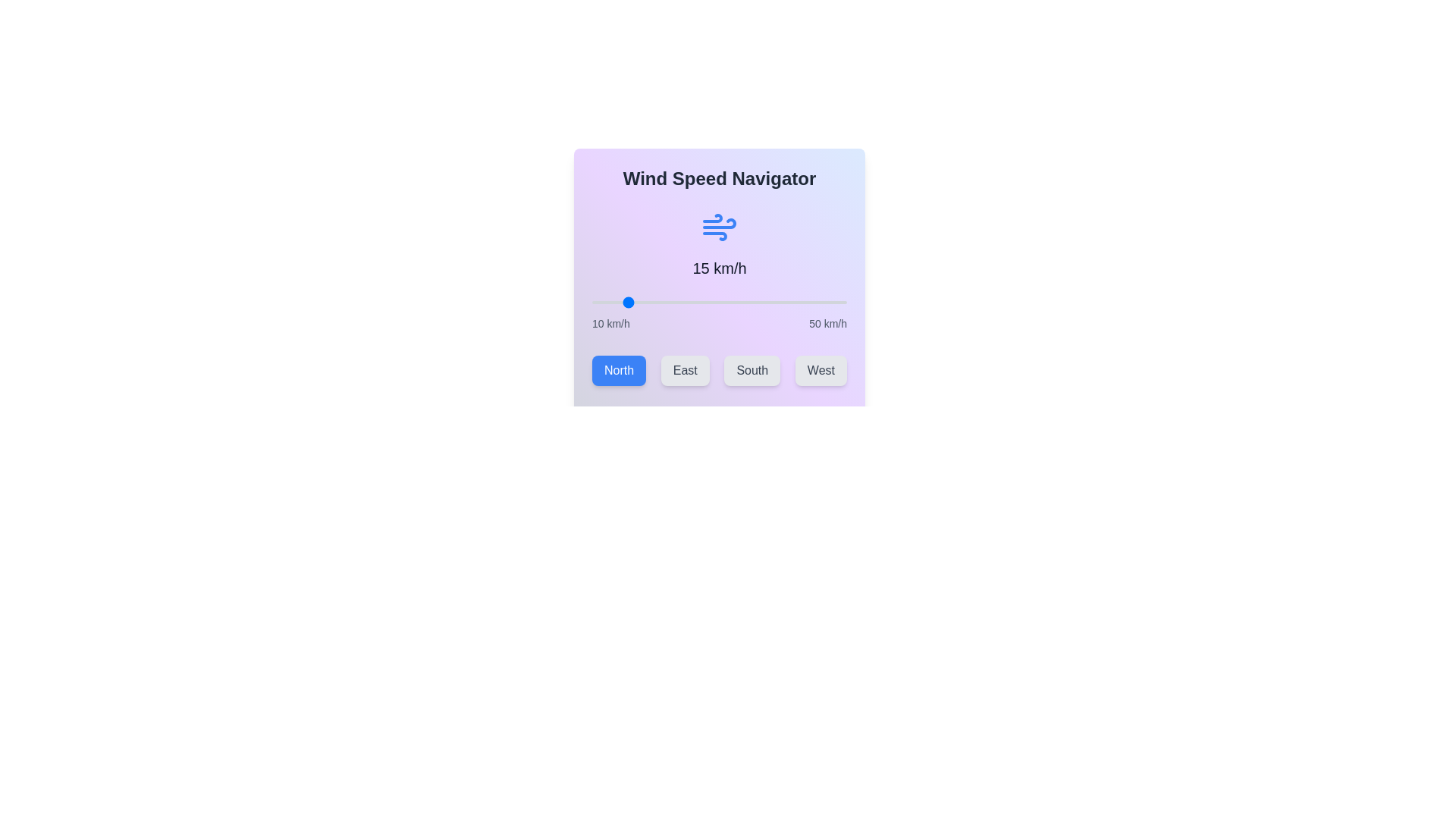 The width and height of the screenshot is (1456, 819). I want to click on the wind speed to 29 km/h using the slider, so click(712, 302).